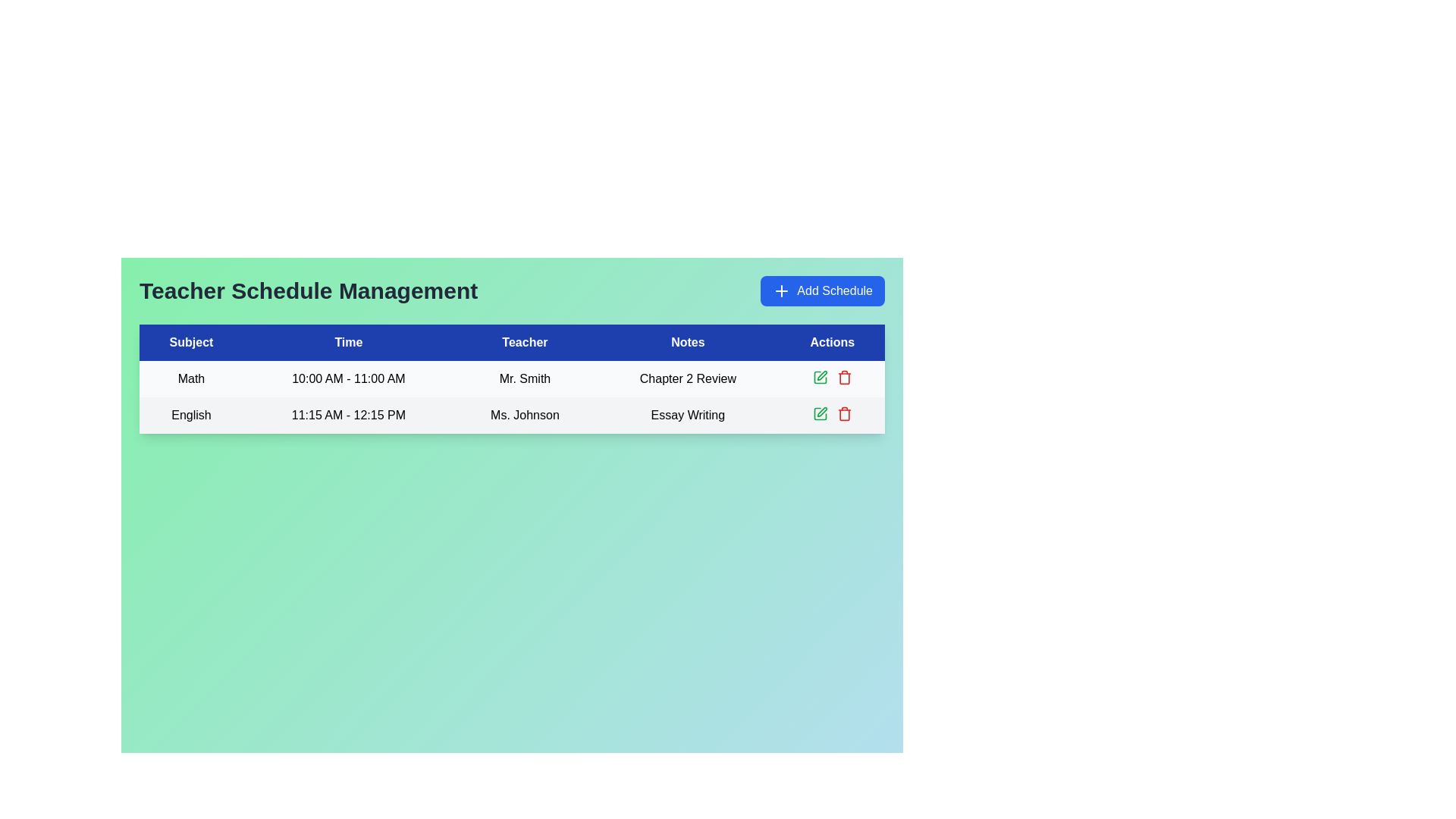 The height and width of the screenshot is (819, 1456). What do you see at coordinates (819, 376) in the screenshot?
I see `the green edit icon located in the 'Actions' column of the second row in the table` at bounding box center [819, 376].